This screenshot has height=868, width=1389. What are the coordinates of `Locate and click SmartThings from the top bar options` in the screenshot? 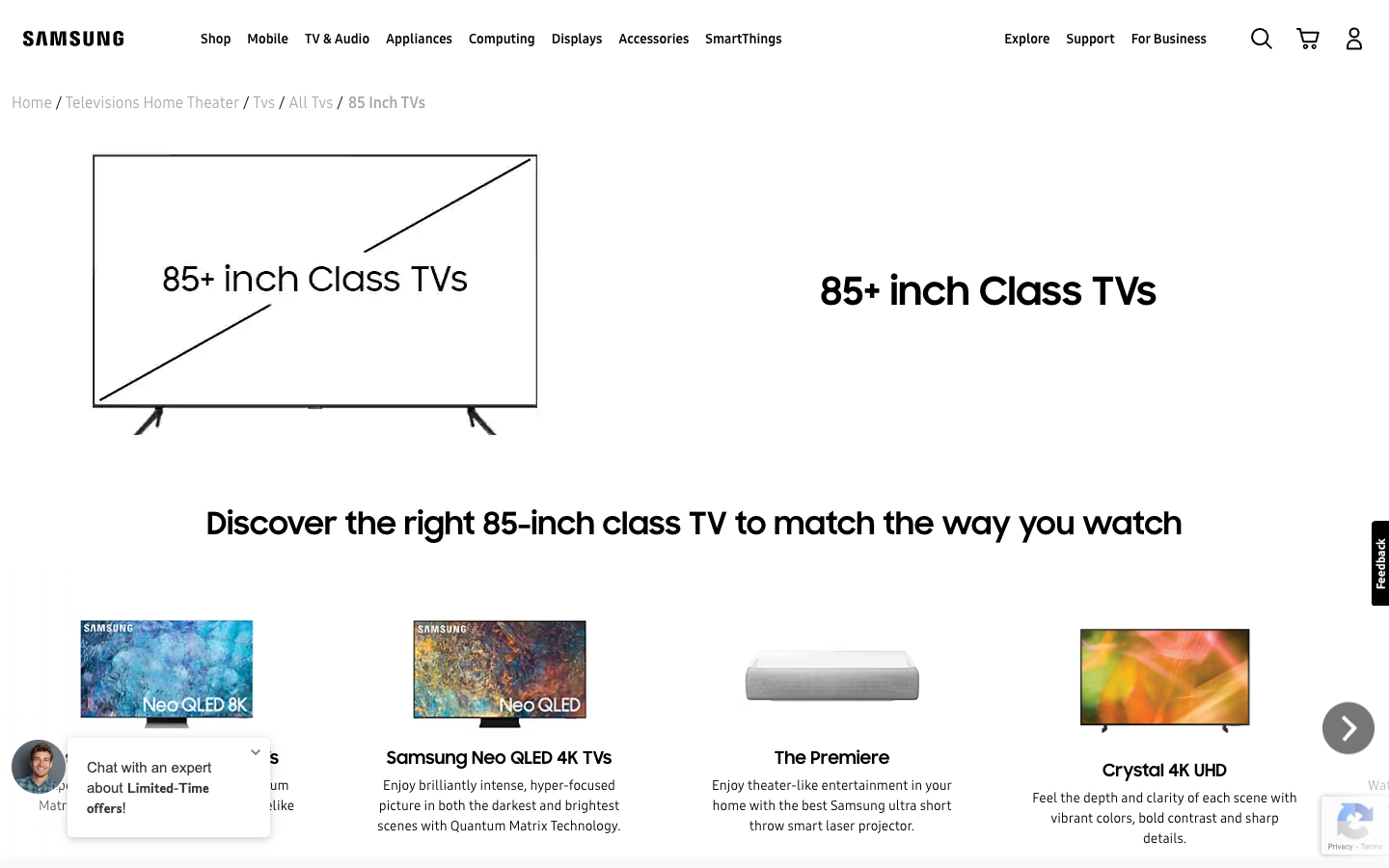 It's located at (742, 37).